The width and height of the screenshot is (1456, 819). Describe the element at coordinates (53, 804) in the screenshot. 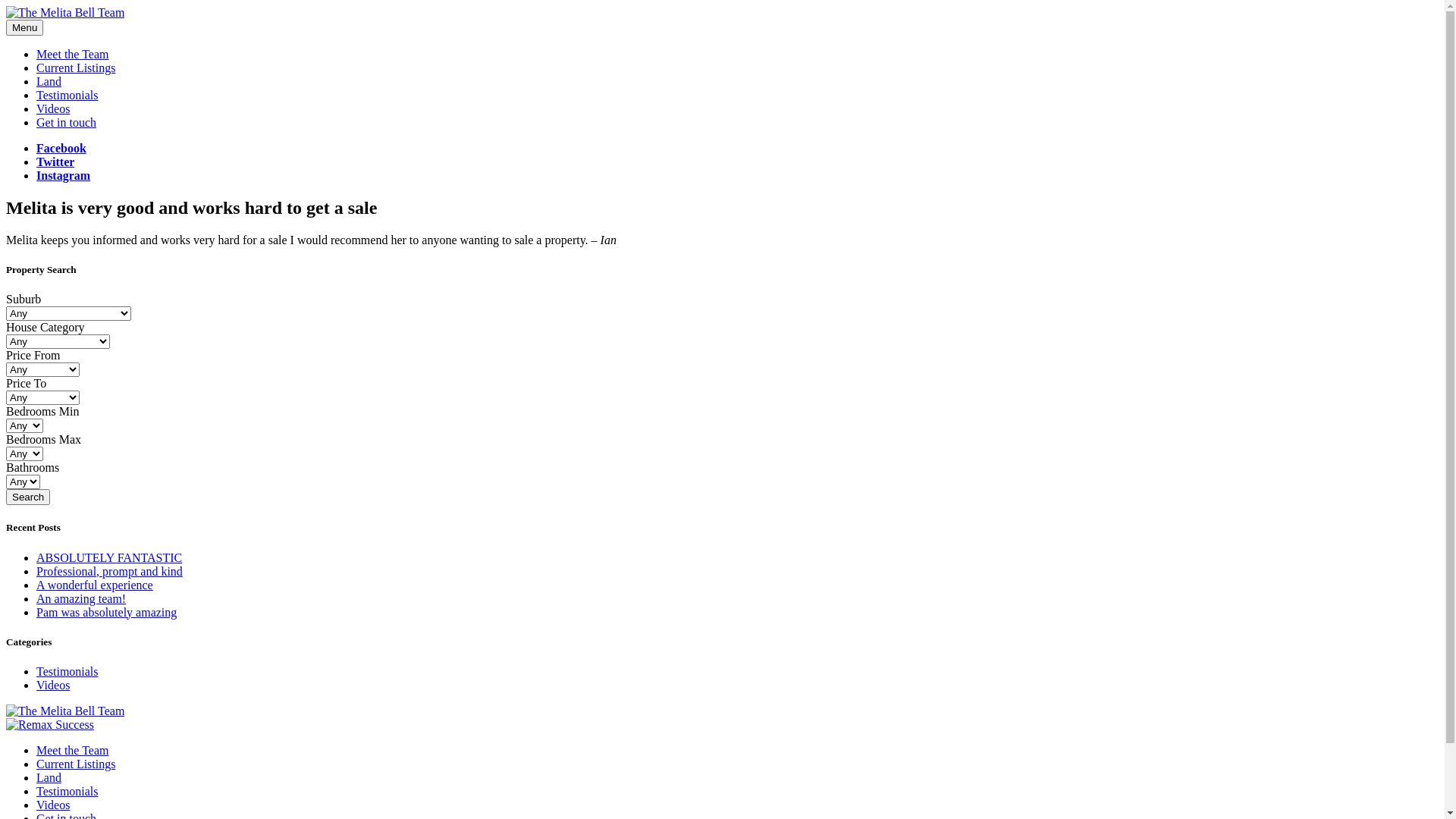

I see `'Videos'` at that location.